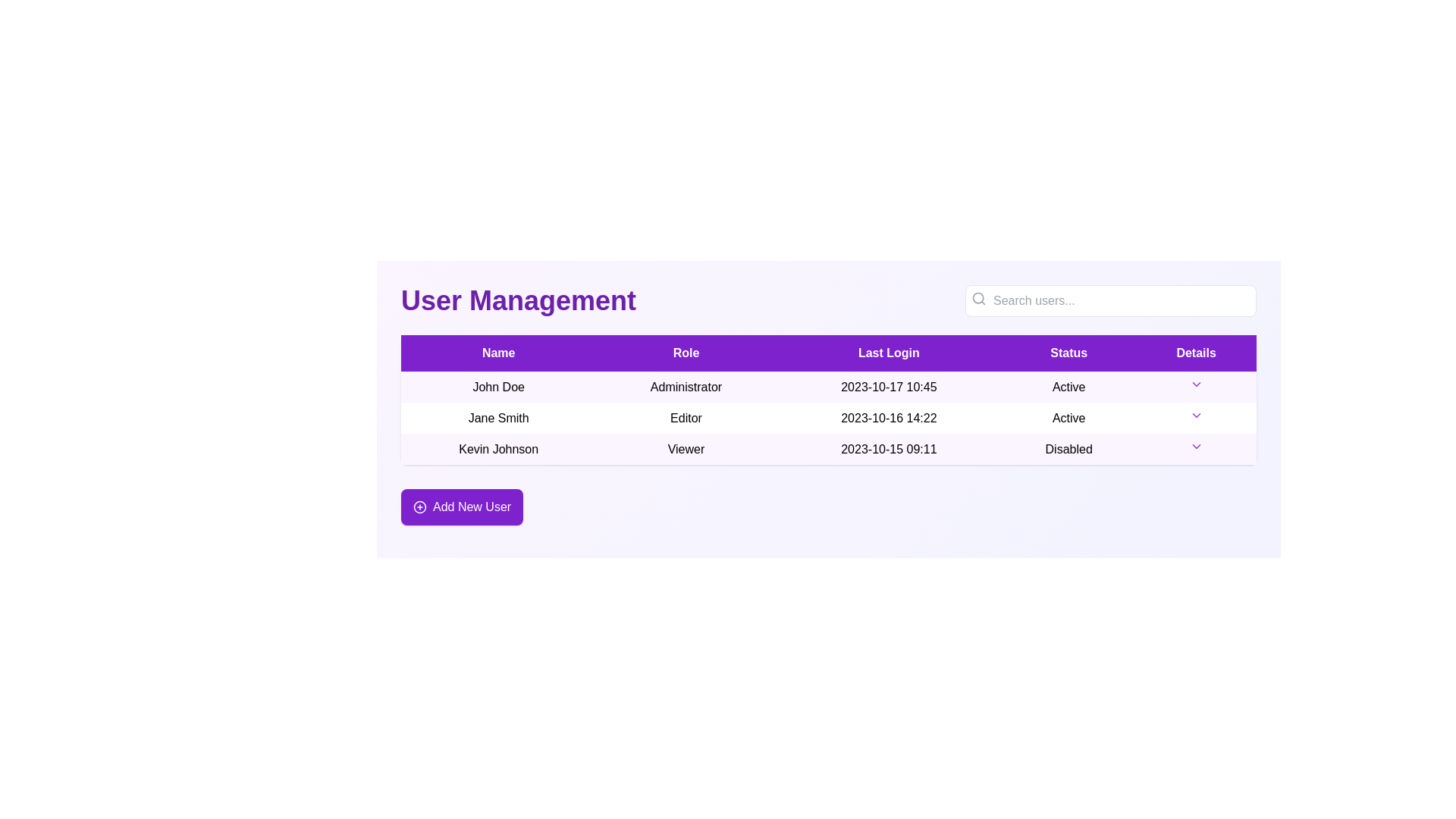  I want to click on the downward-facing chevron icon styled in purple color located in the Details column for the user 'Jane Smith', so click(1195, 415).